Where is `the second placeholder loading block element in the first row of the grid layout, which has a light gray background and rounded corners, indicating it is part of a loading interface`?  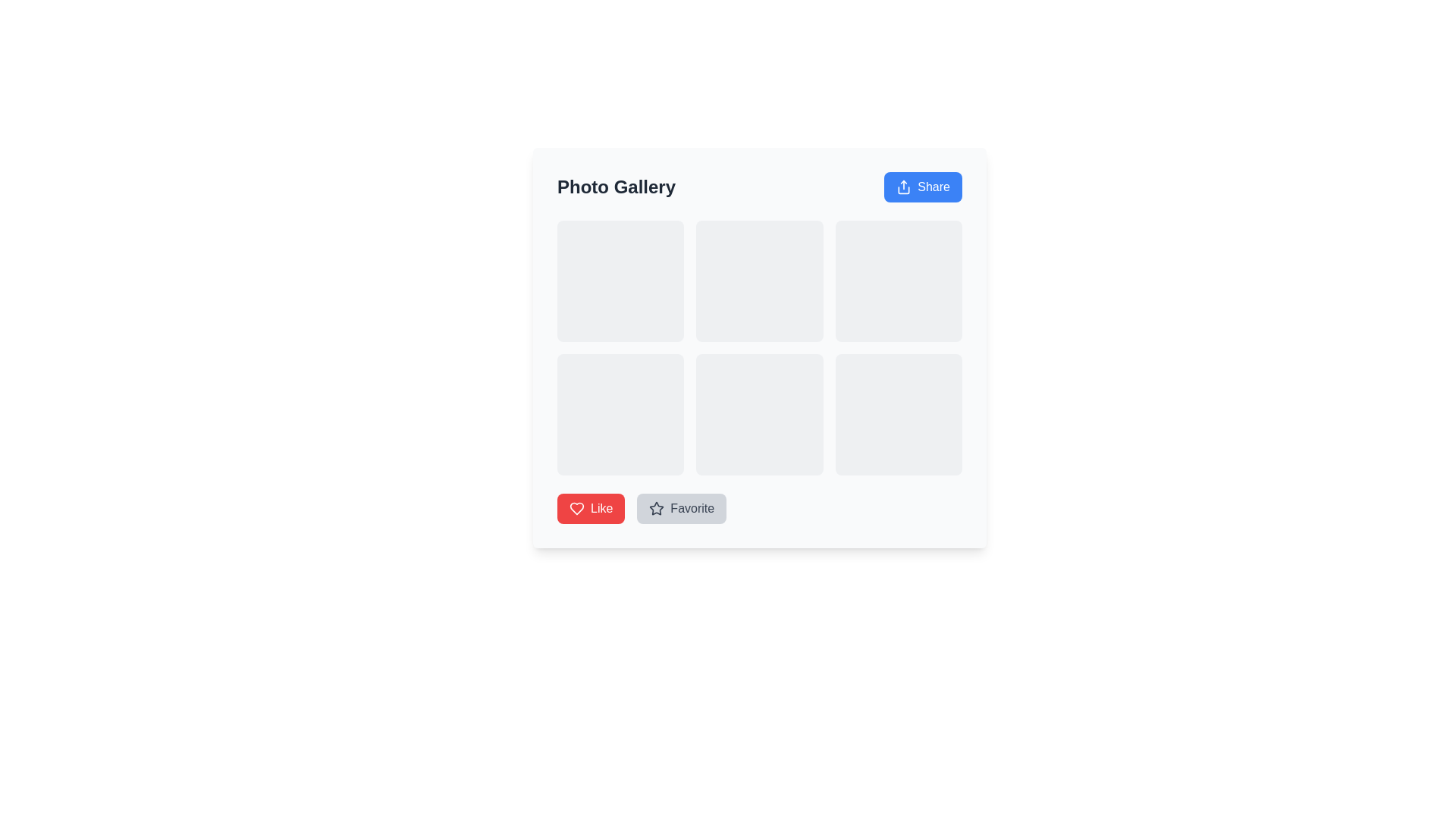 the second placeholder loading block element in the first row of the grid layout, which has a light gray background and rounded corners, indicating it is part of a loading interface is located at coordinates (760, 281).